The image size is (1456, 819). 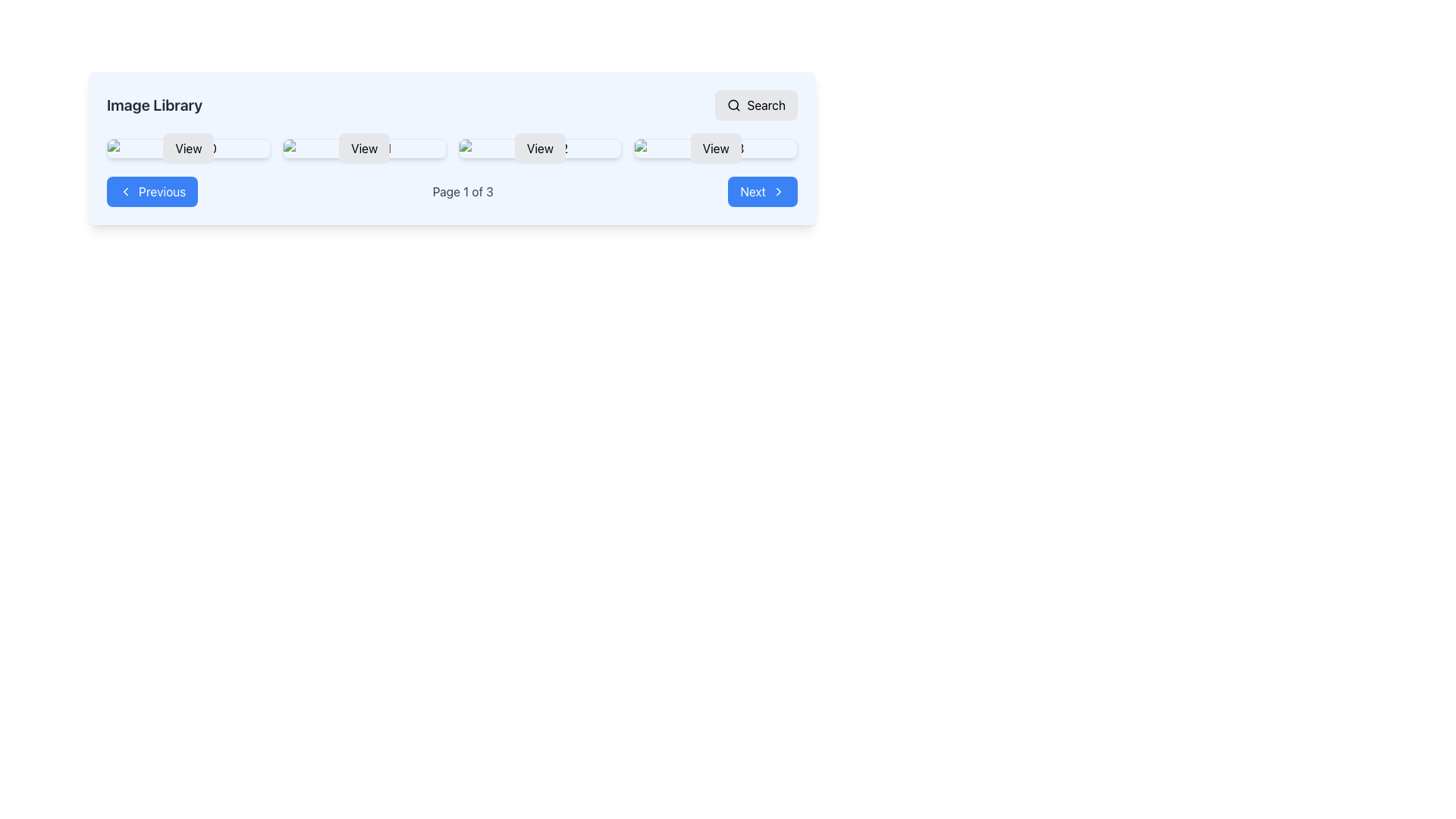 What do you see at coordinates (540, 149) in the screenshot?
I see `the 'View' button, which is a rectangular button with rounded corners and a light gray background, located third from the left in its row` at bounding box center [540, 149].